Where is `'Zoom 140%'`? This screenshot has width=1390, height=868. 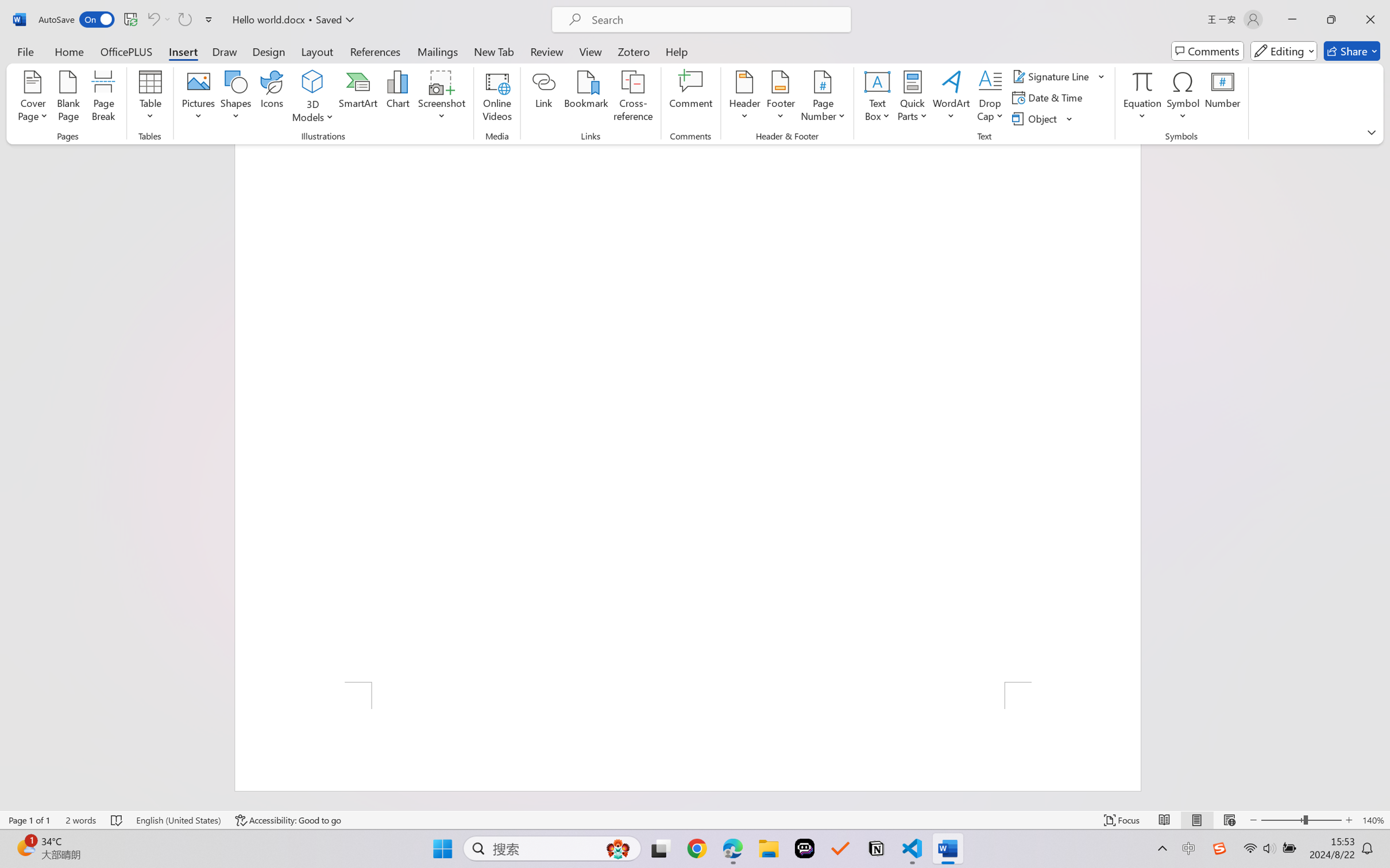
'Zoom 140%' is located at coordinates (1373, 820).